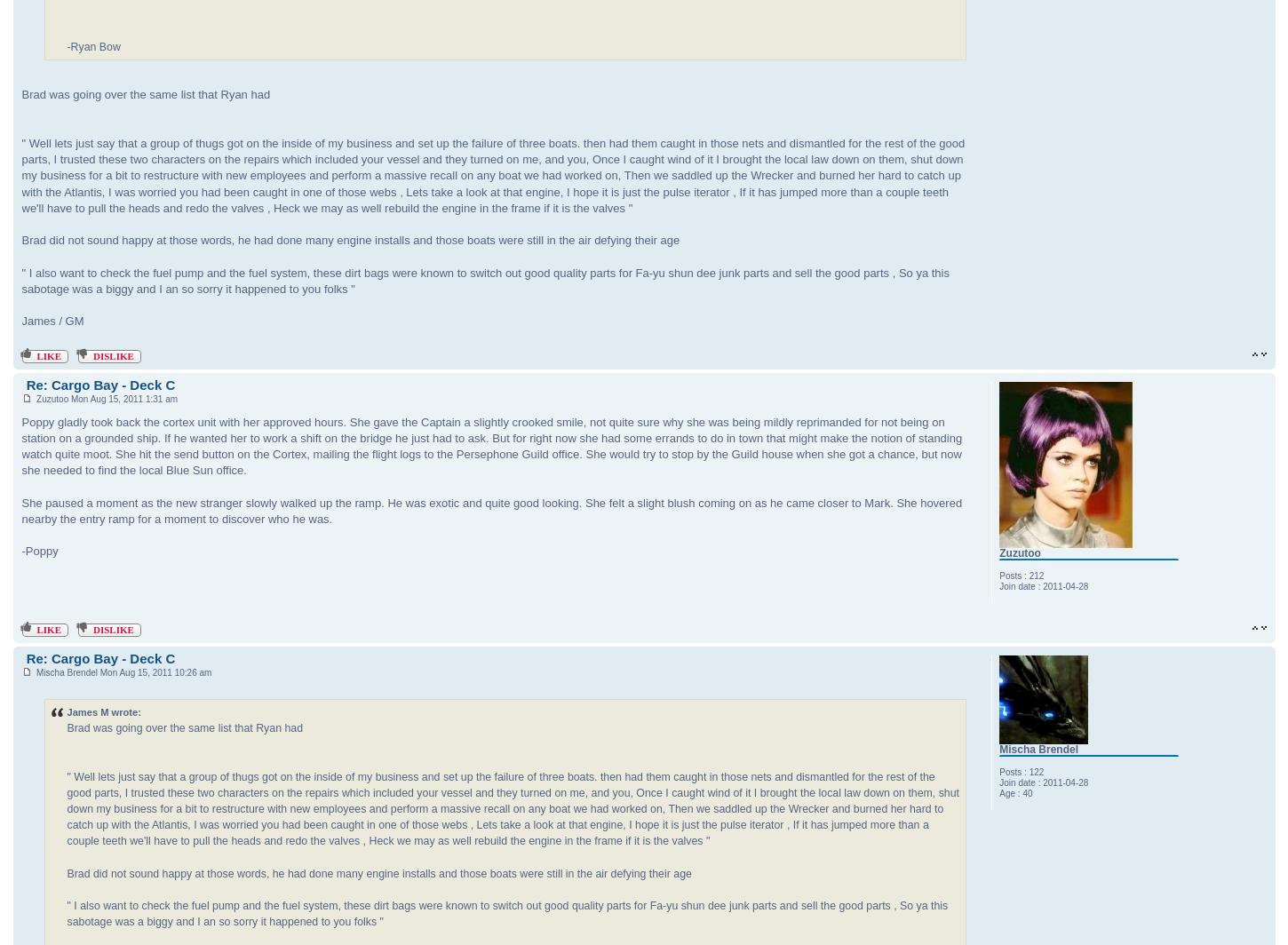  What do you see at coordinates (52, 321) in the screenshot?
I see `'James / GM'` at bounding box center [52, 321].